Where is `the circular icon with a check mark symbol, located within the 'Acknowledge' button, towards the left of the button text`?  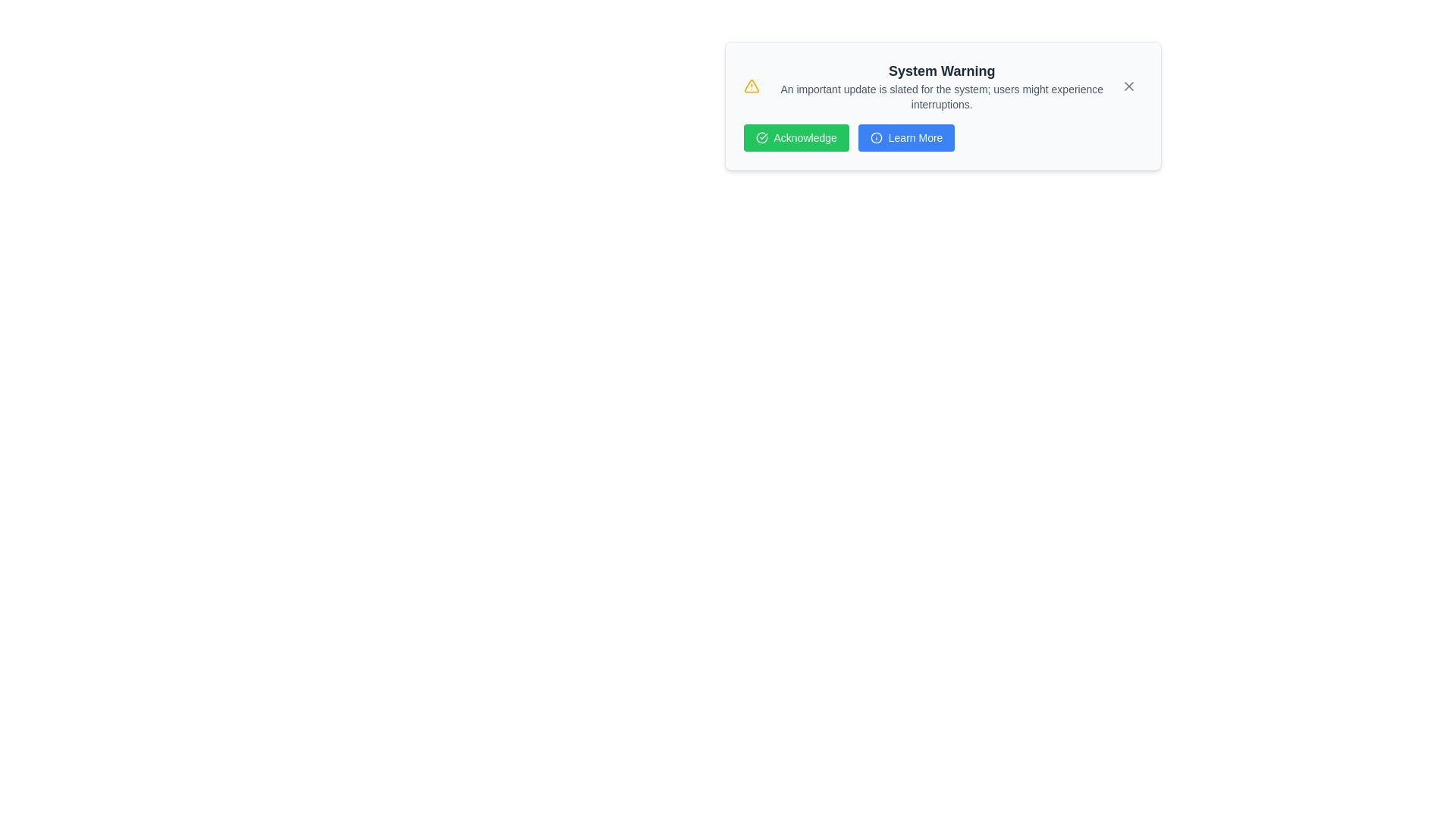 the circular icon with a check mark symbol, located within the 'Acknowledge' button, towards the left of the button text is located at coordinates (761, 137).